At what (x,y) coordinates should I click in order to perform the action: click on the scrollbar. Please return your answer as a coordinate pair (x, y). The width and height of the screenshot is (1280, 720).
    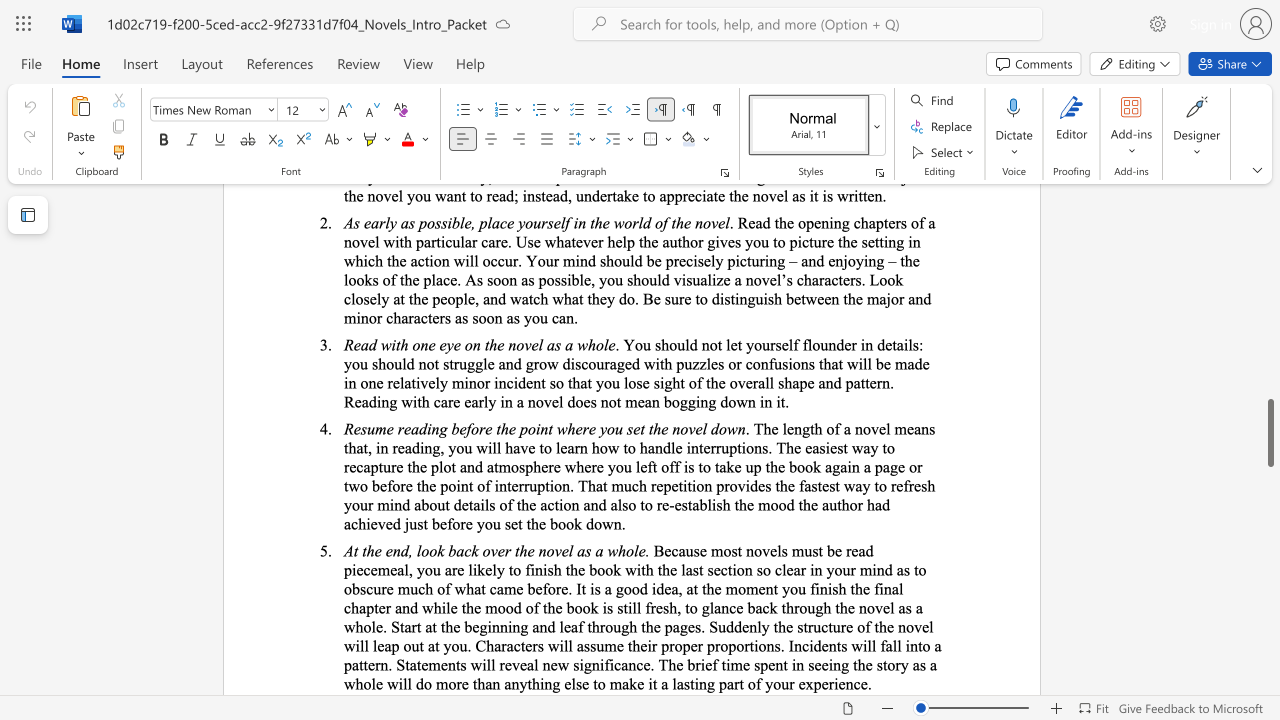
    Looking at the image, I should click on (1269, 570).